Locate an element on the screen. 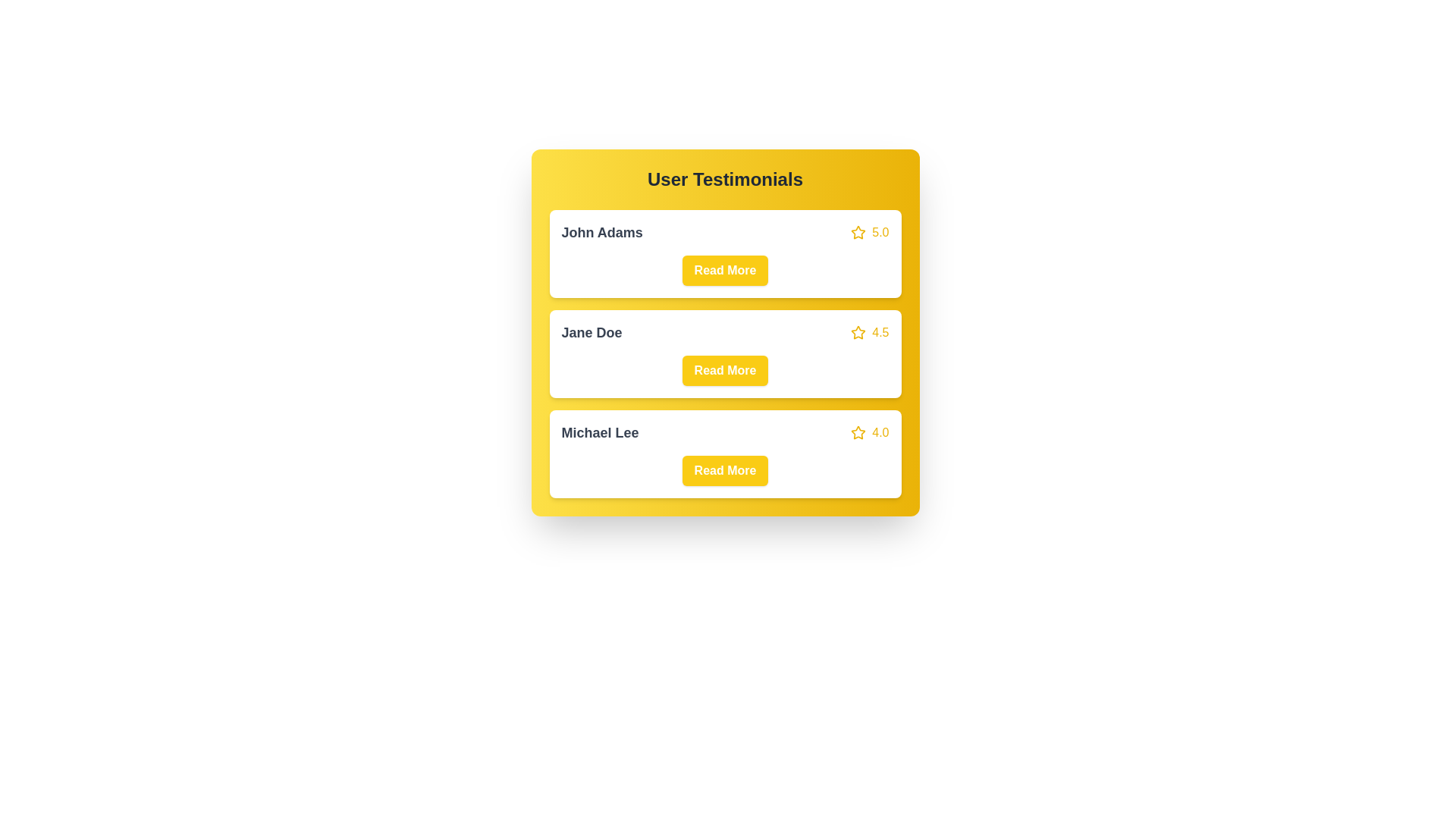 Image resolution: width=1456 pixels, height=819 pixels. the star icon of the testimonial corresponding to Michael Lee is located at coordinates (858, 432).